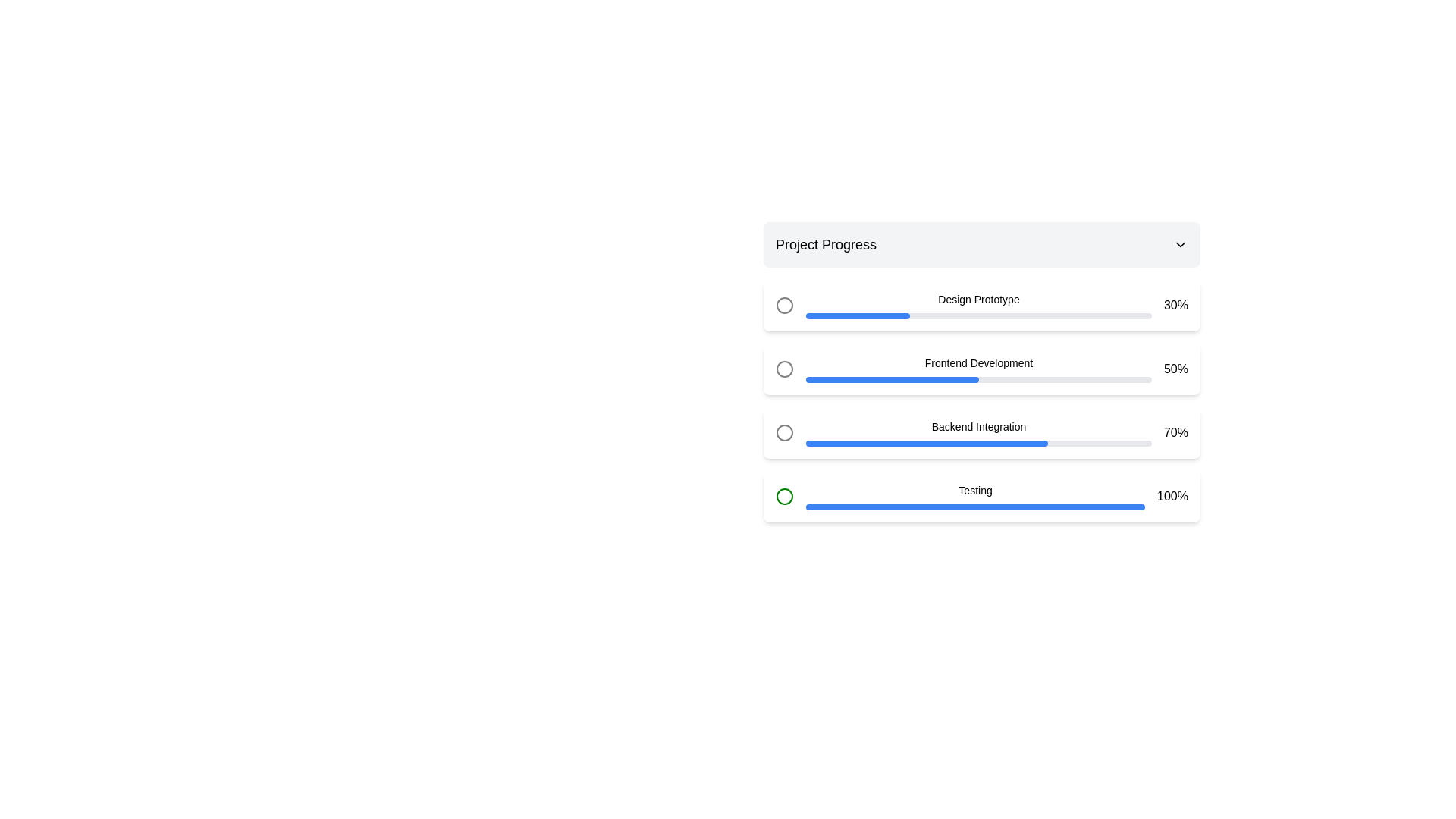  I want to click on the gray background layer of the progress bar indicating 50% progress under the 'Frontend Development' title, so click(979, 379).